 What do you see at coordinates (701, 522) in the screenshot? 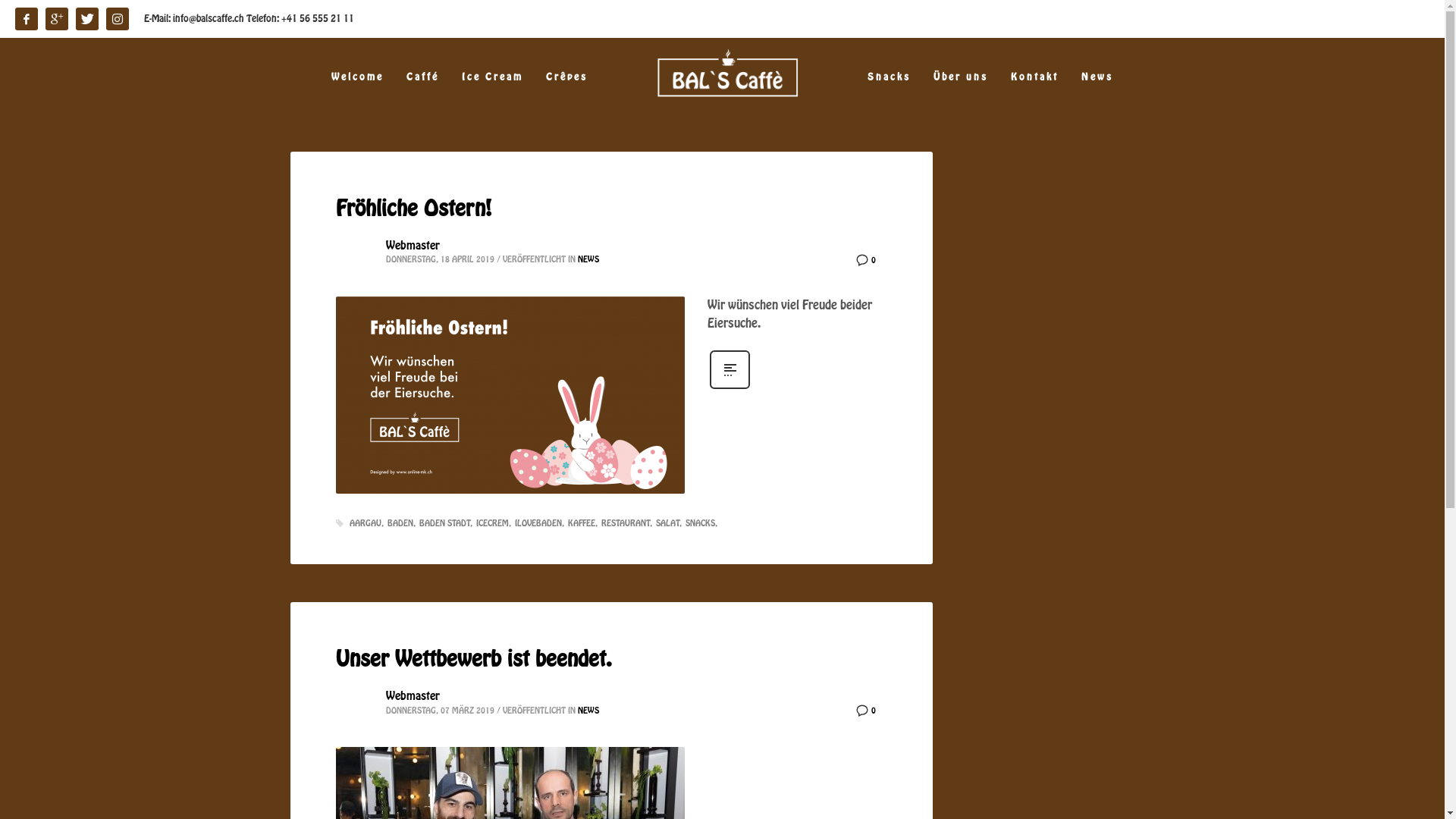
I see `'SNACKS'` at bounding box center [701, 522].